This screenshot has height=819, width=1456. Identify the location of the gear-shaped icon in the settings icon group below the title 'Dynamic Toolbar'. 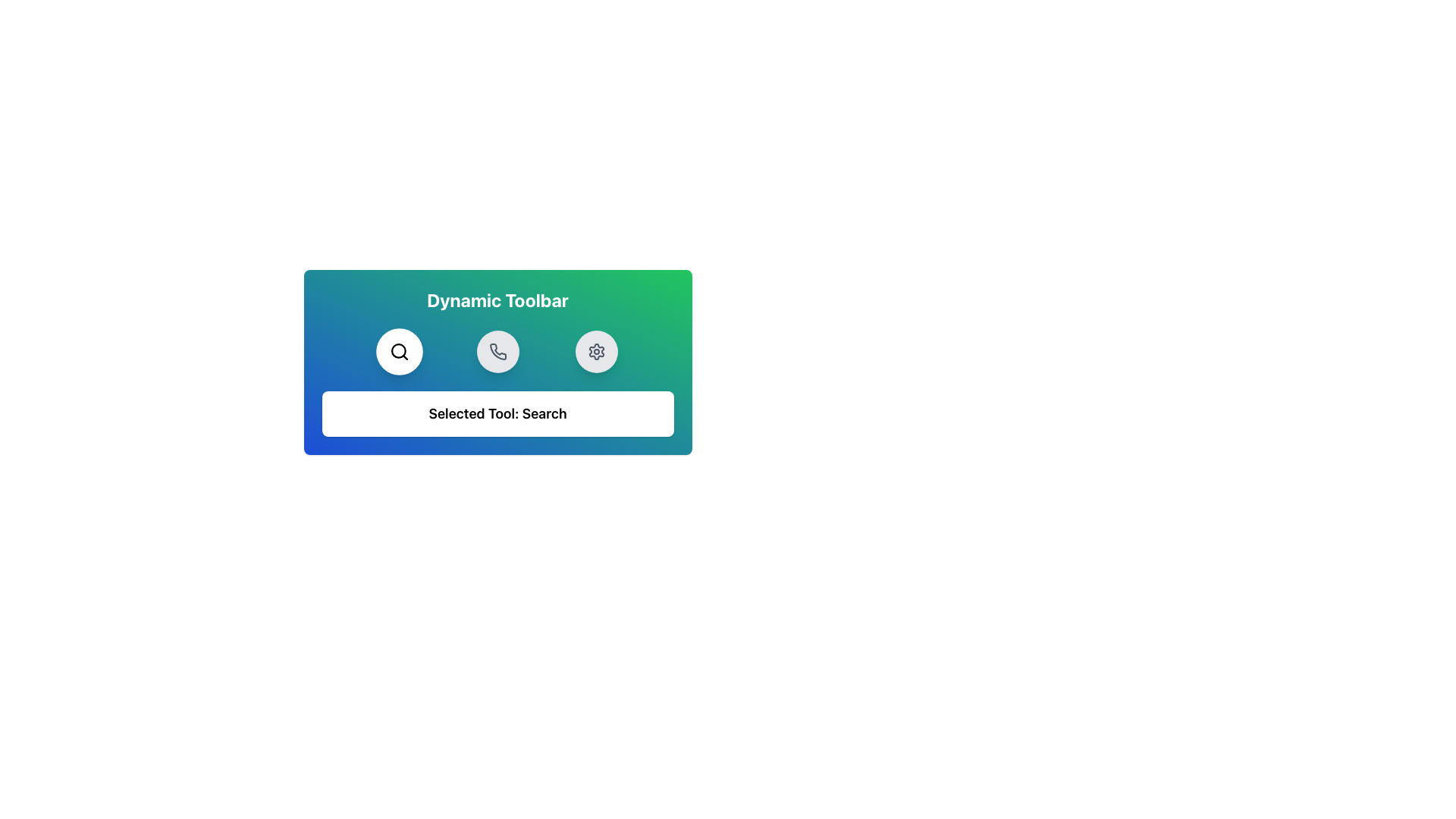
(595, 351).